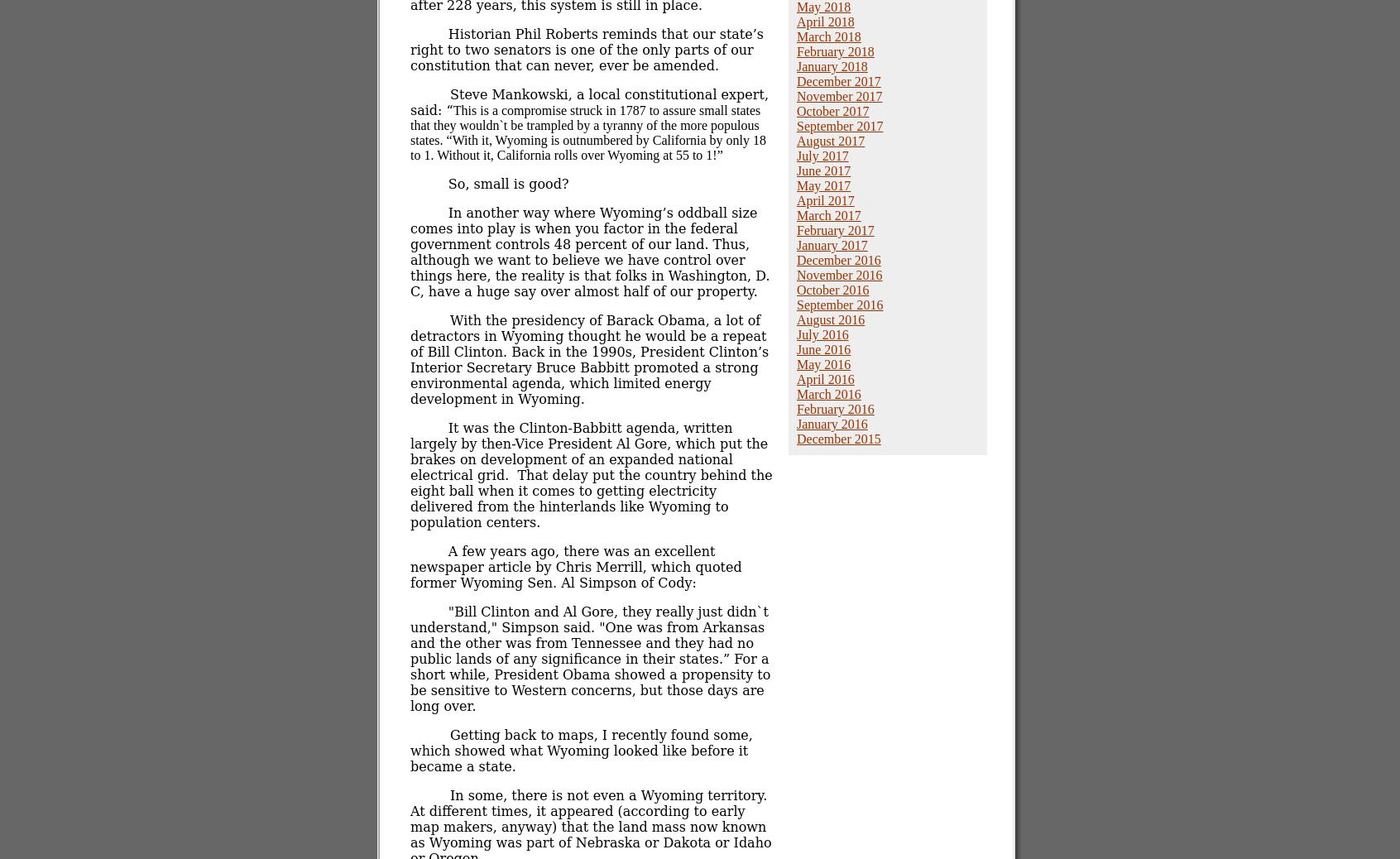 This screenshot has height=859, width=1400. Describe the element at coordinates (824, 199) in the screenshot. I see `'April 2017'` at that location.